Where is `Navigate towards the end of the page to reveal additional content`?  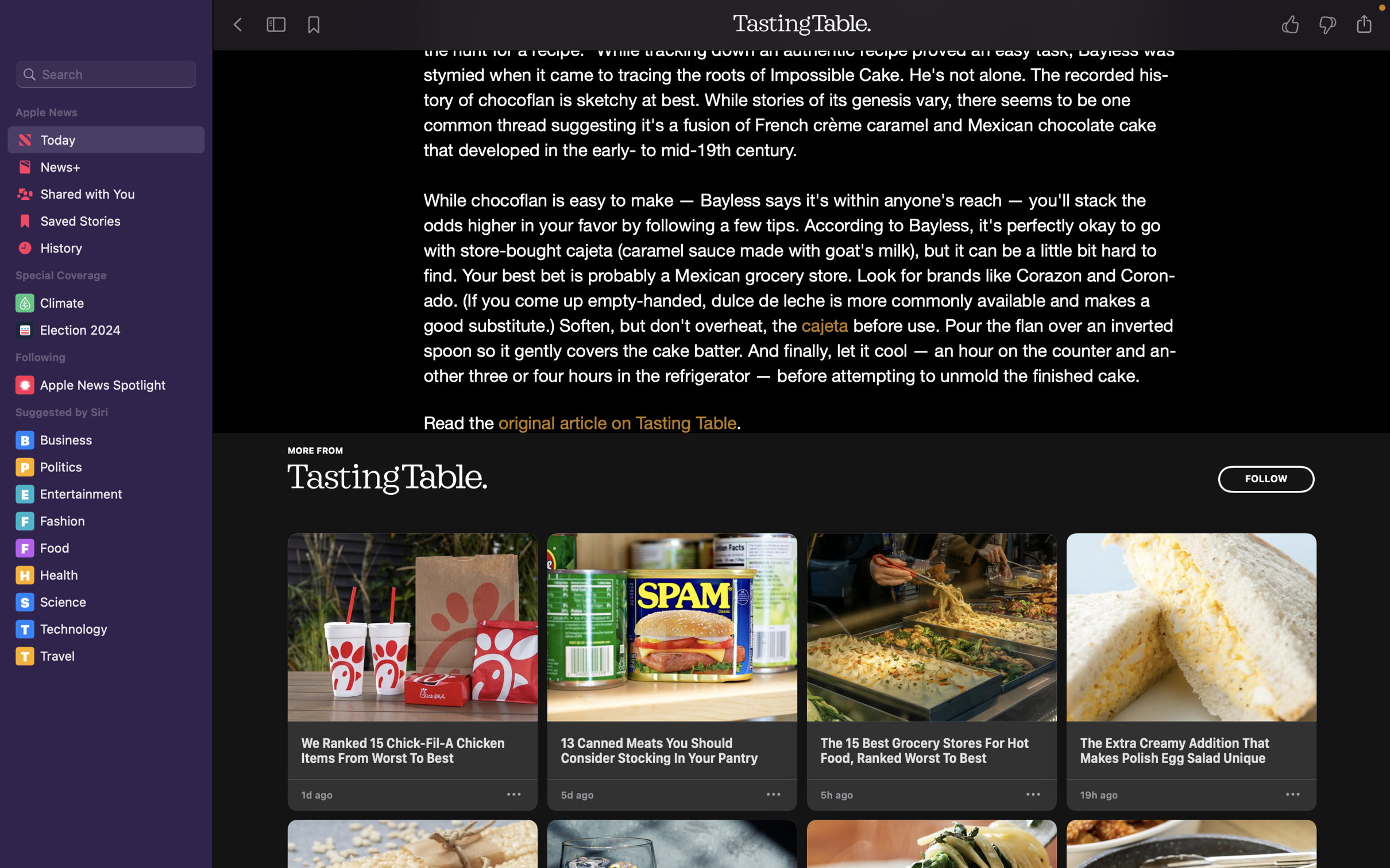 Navigate towards the end of the page to reveal additional content is located at coordinates (2307400, 828506).